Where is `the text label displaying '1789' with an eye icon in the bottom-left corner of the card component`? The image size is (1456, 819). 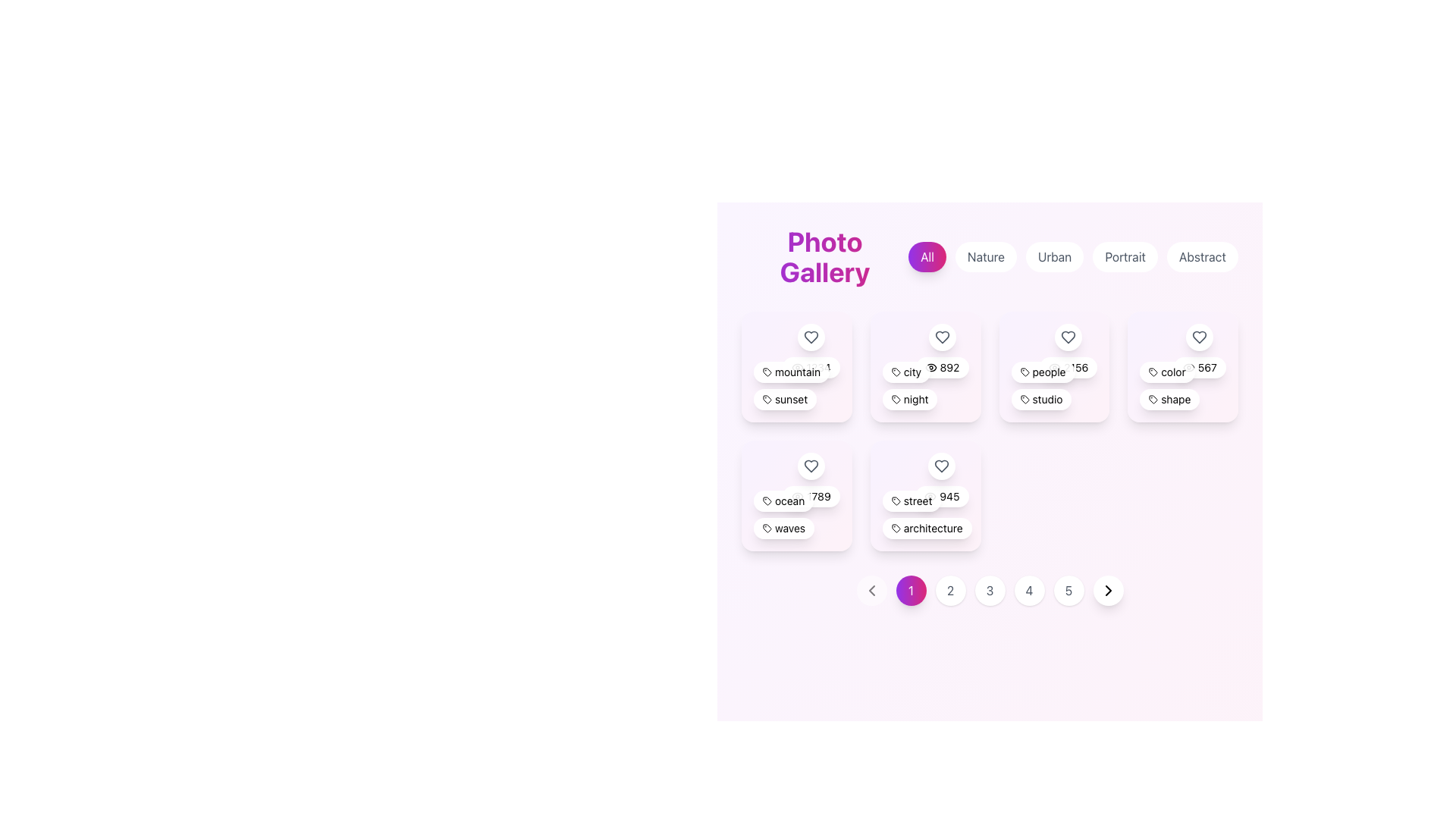 the text label displaying '1789' with an eye icon in the bottom-left corner of the card component is located at coordinates (811, 496).